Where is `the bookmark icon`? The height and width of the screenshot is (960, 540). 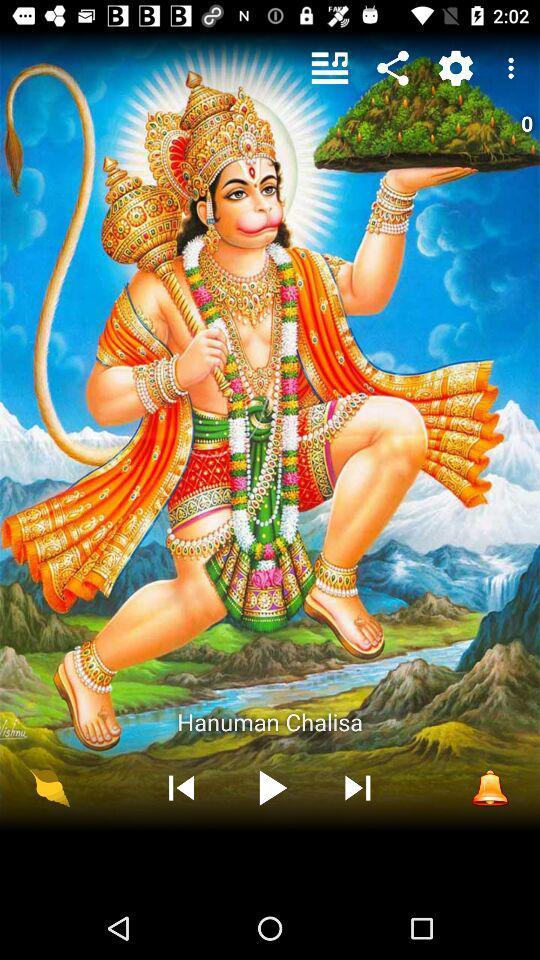
the bookmark icon is located at coordinates (49, 787).